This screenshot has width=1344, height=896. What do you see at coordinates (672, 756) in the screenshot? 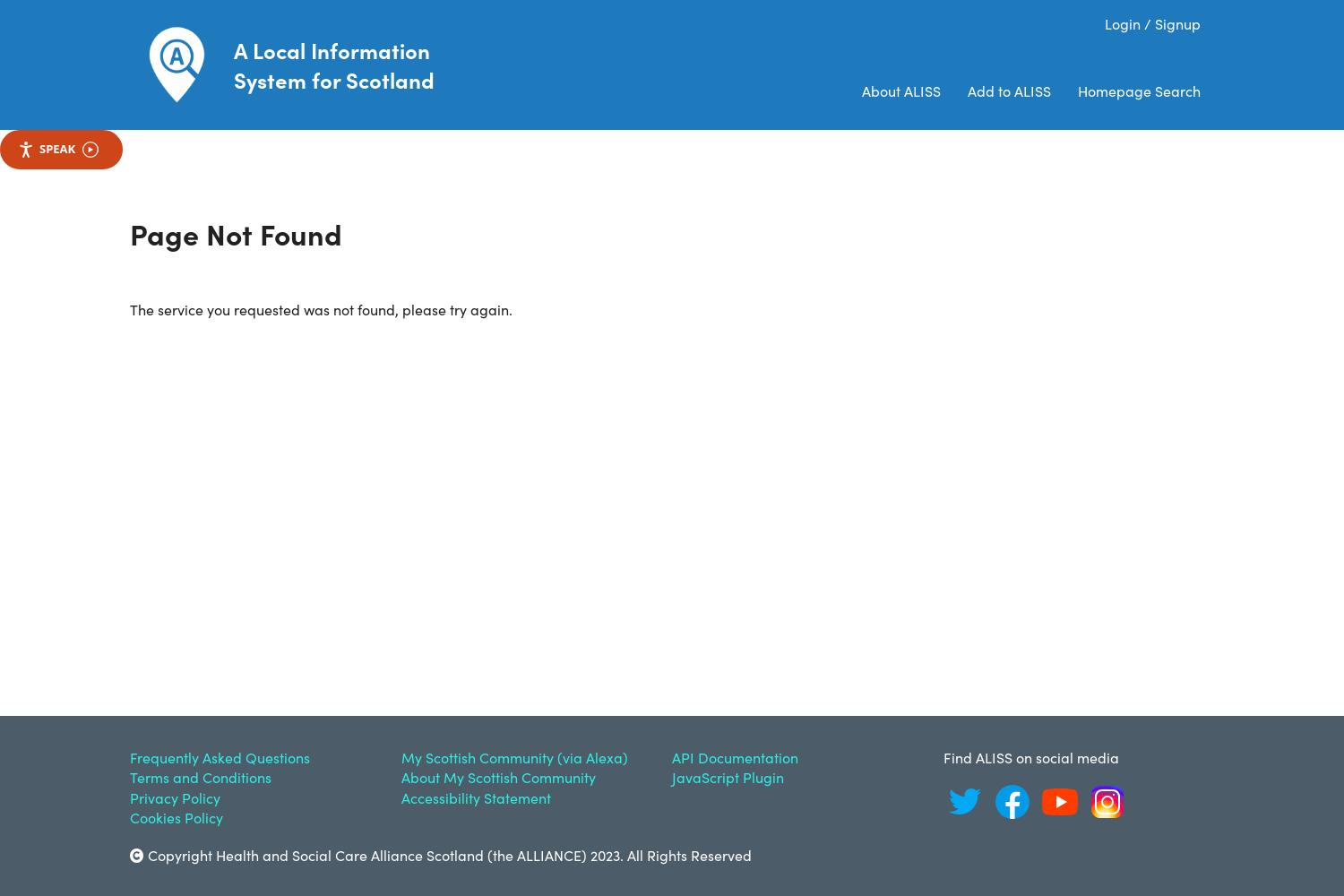
I see `'API Documentation'` at bounding box center [672, 756].